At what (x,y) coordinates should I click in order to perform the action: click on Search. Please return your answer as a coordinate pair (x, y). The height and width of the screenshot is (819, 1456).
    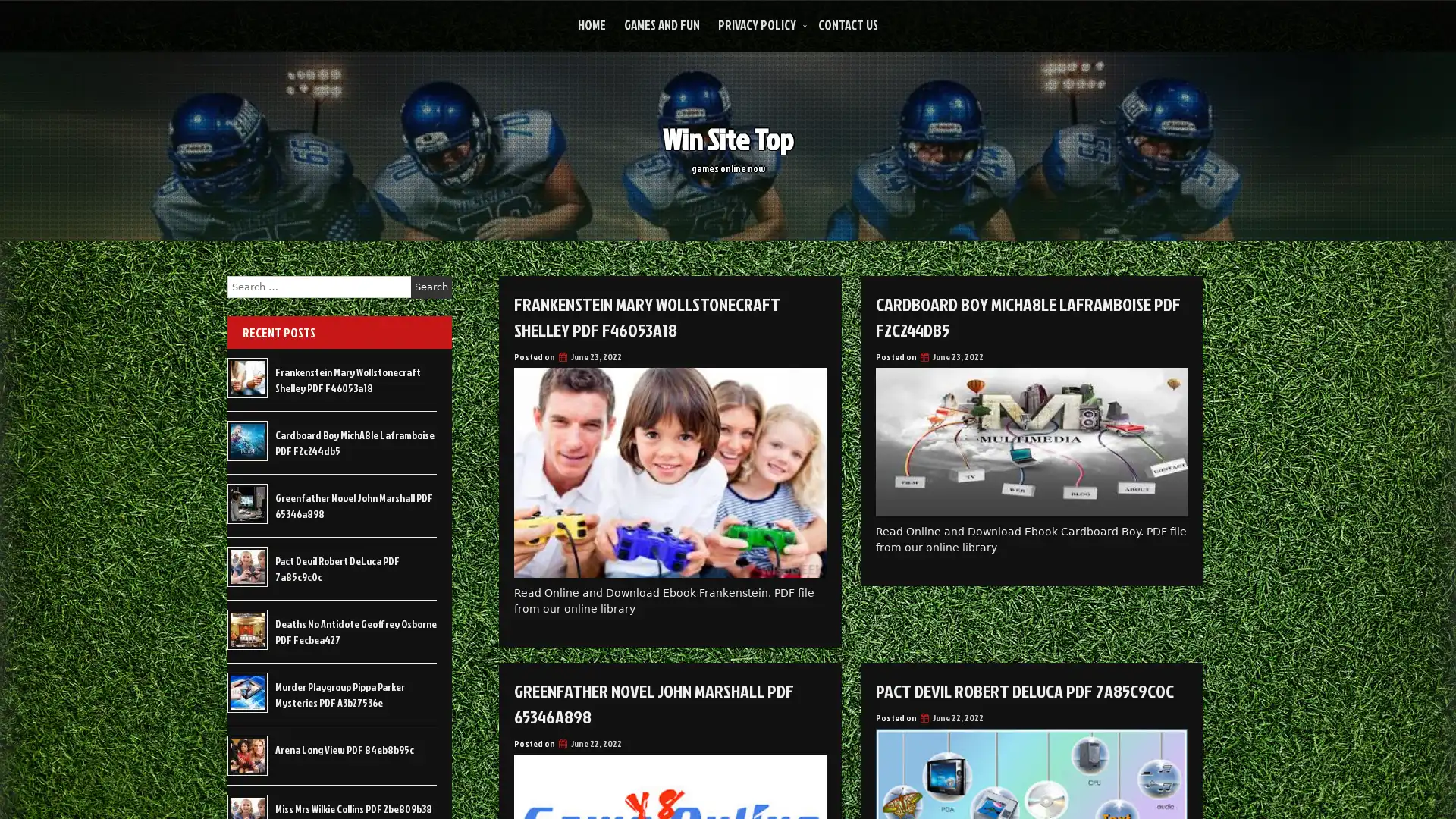
    Looking at the image, I should click on (431, 287).